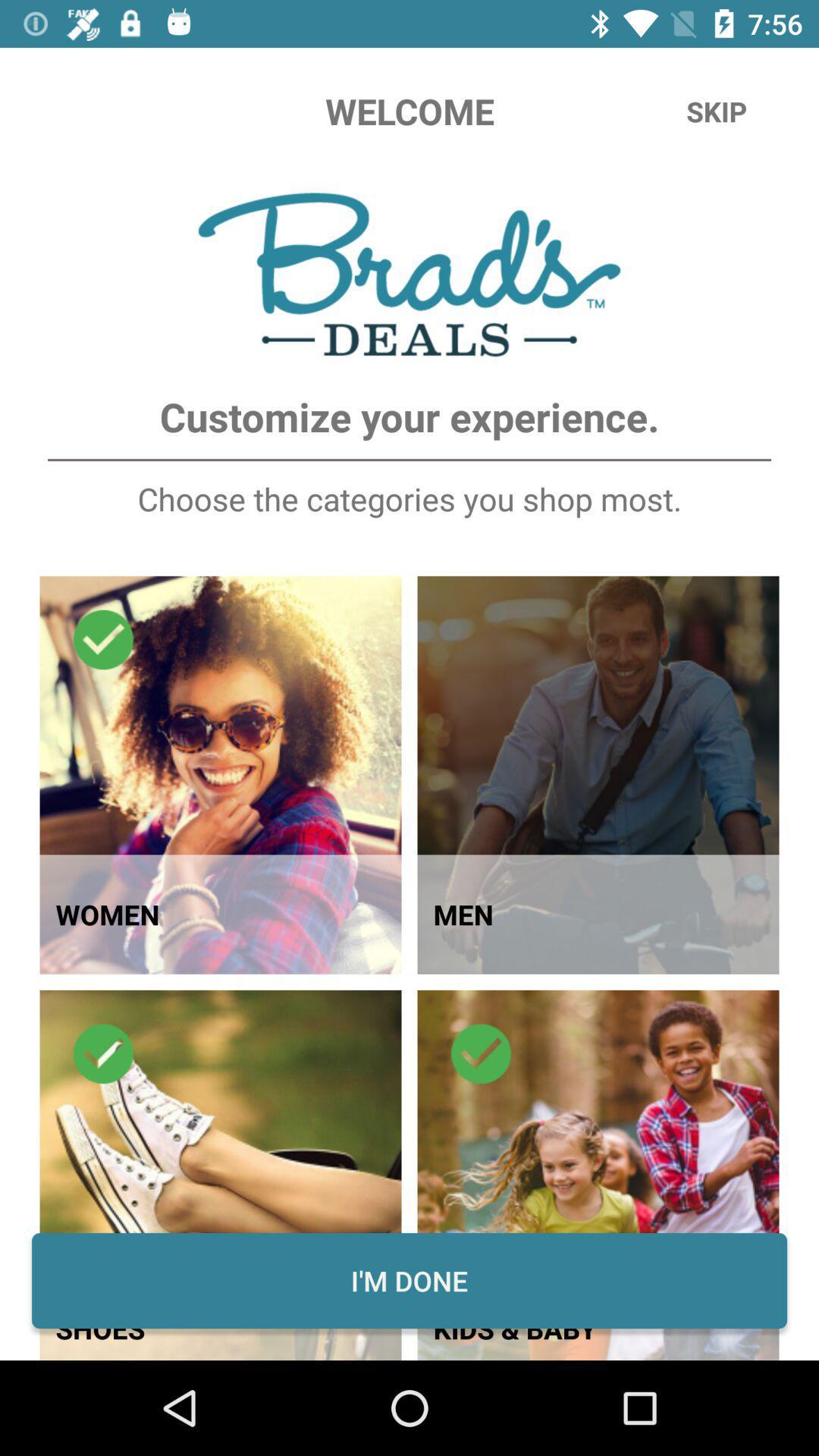  What do you see at coordinates (103, 640) in the screenshot?
I see `the check box on the first image` at bounding box center [103, 640].